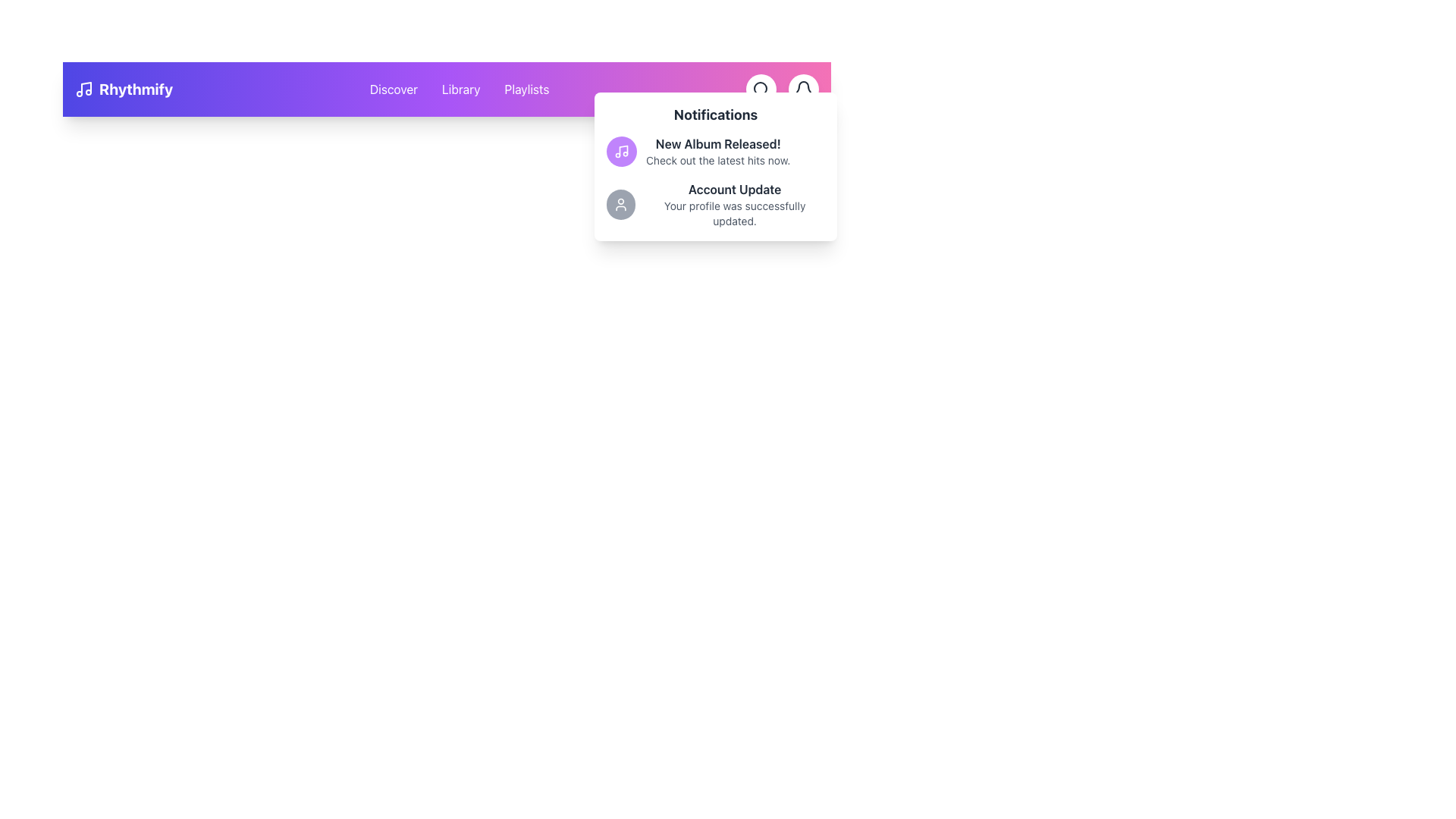  What do you see at coordinates (526, 89) in the screenshot?
I see `the third hyperlink in the horizontal navigation menu` at bounding box center [526, 89].